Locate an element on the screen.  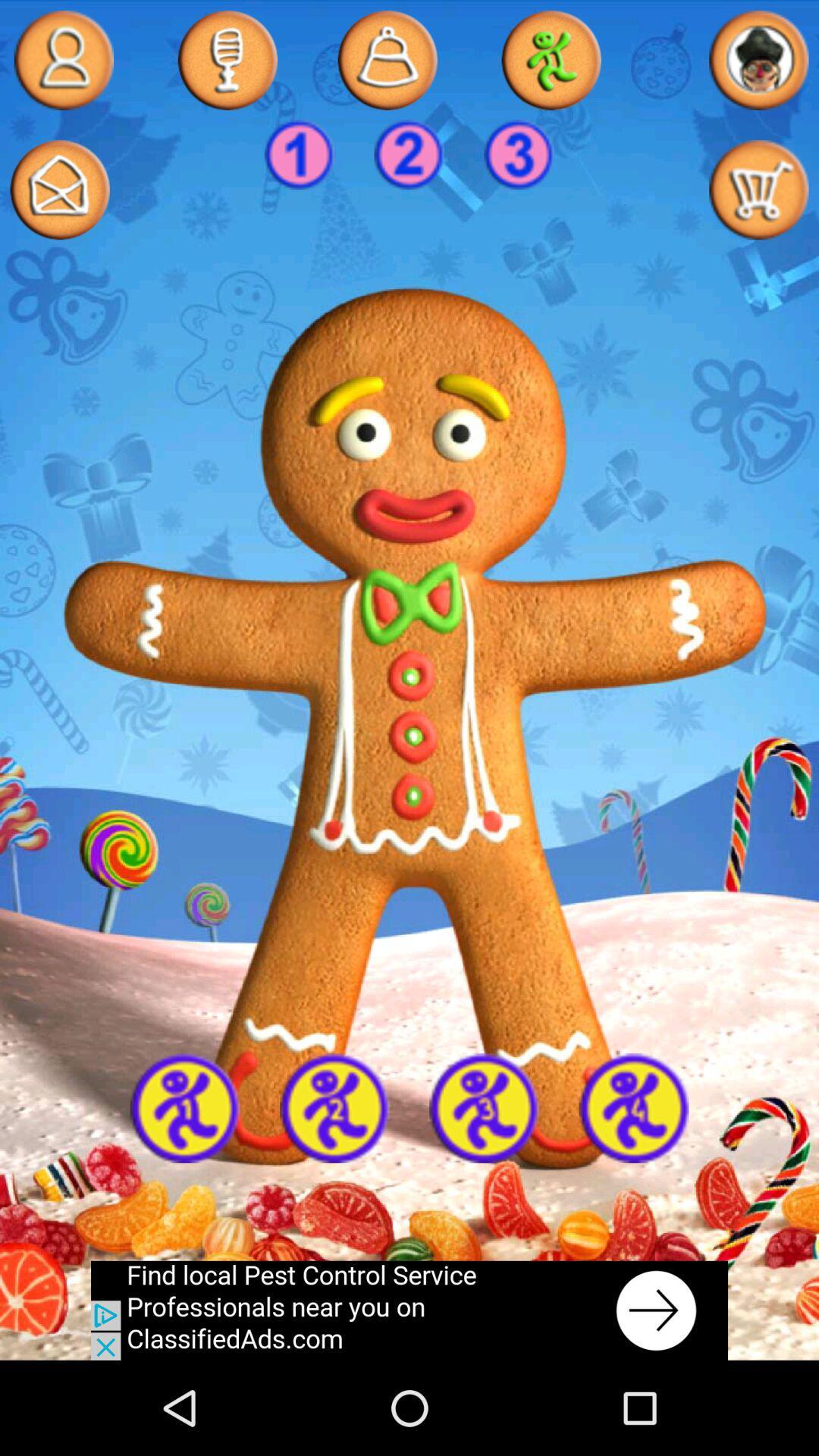
the notifications icon is located at coordinates (387, 63).